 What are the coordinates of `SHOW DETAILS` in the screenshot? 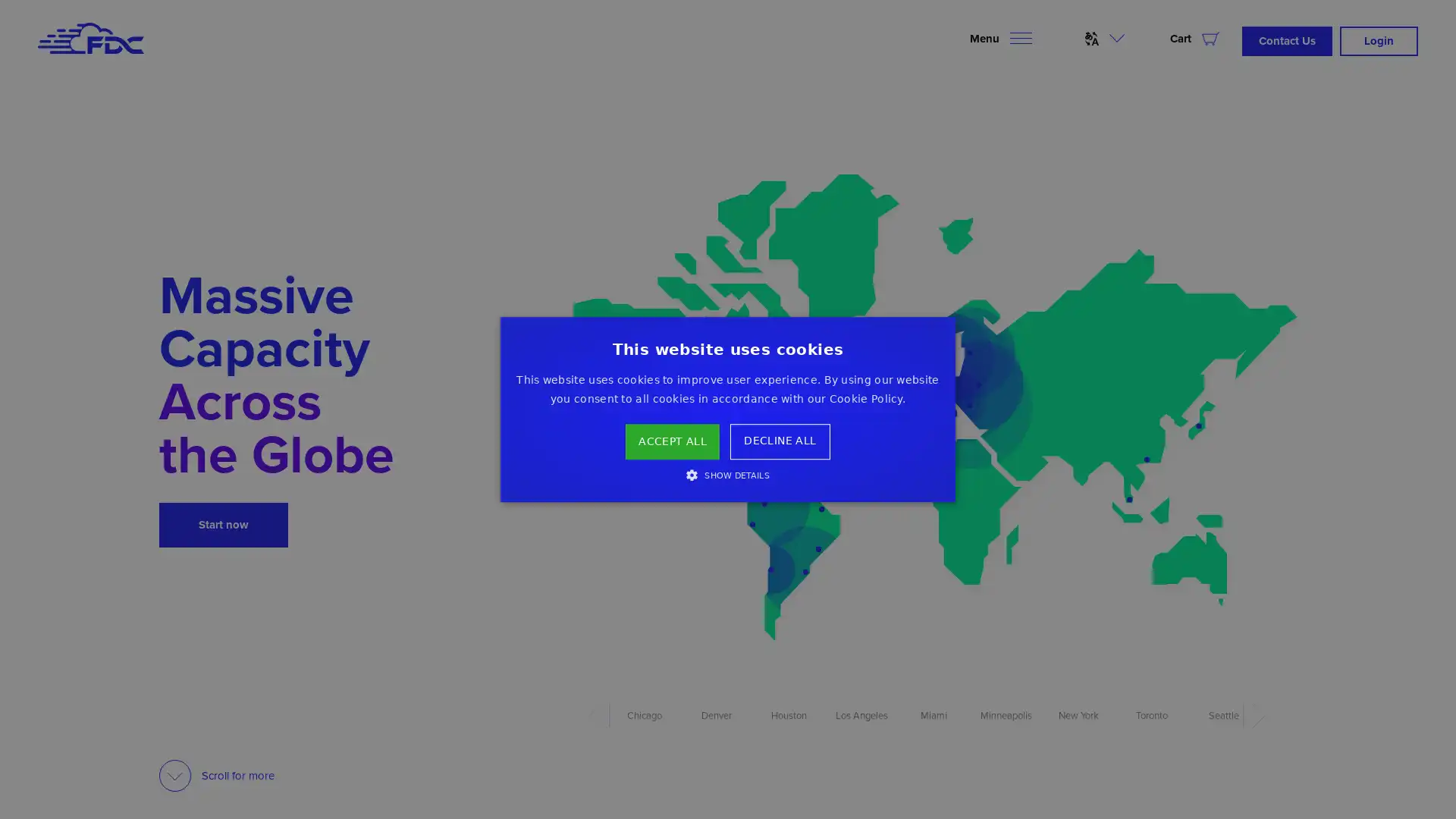 It's located at (726, 473).